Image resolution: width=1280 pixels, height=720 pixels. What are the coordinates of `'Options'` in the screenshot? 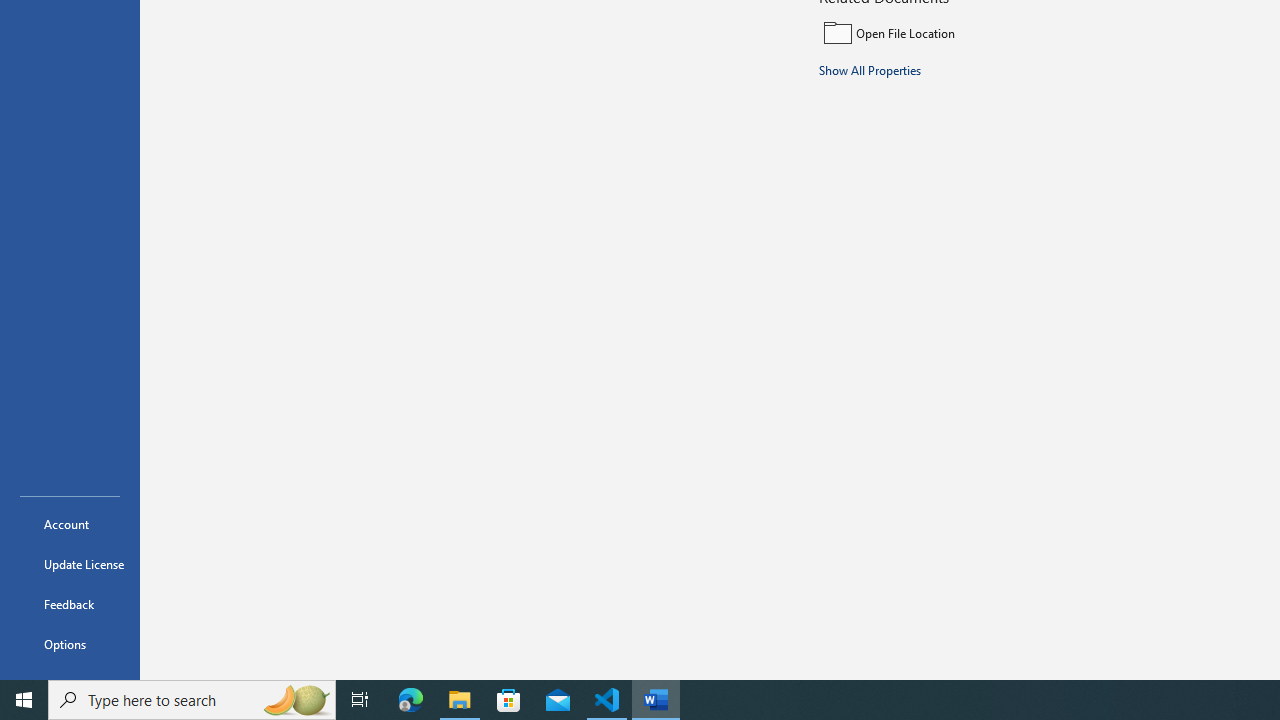 It's located at (69, 644).